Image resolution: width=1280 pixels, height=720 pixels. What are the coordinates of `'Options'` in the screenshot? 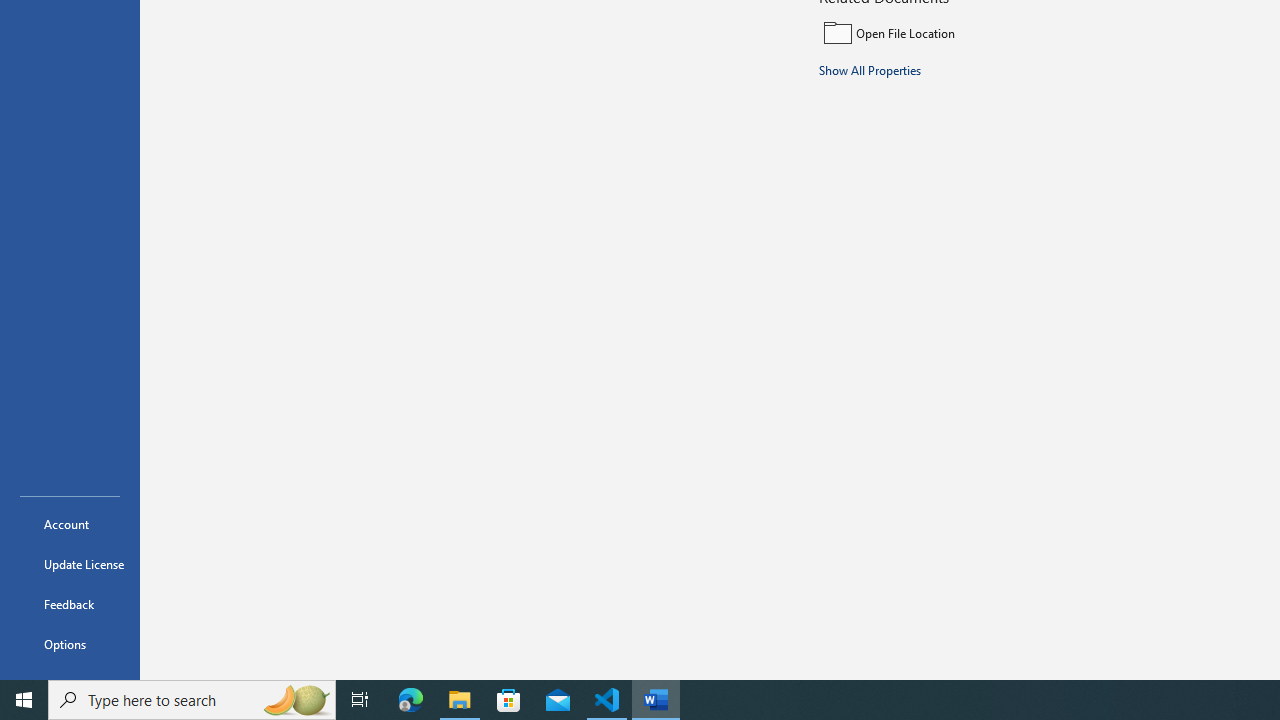 It's located at (69, 644).